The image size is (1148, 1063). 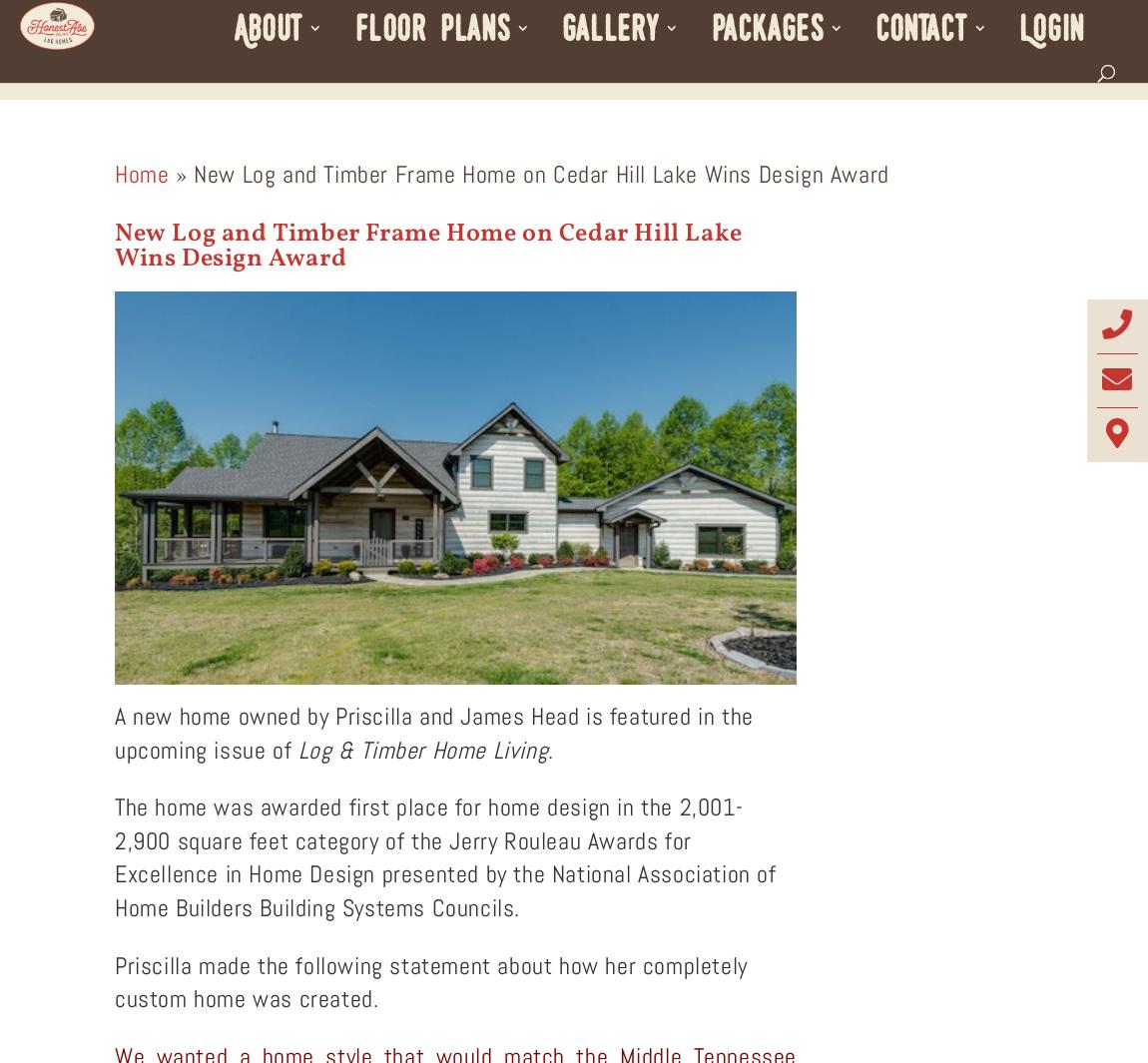 What do you see at coordinates (1050, 47) in the screenshot?
I see `'Login'` at bounding box center [1050, 47].